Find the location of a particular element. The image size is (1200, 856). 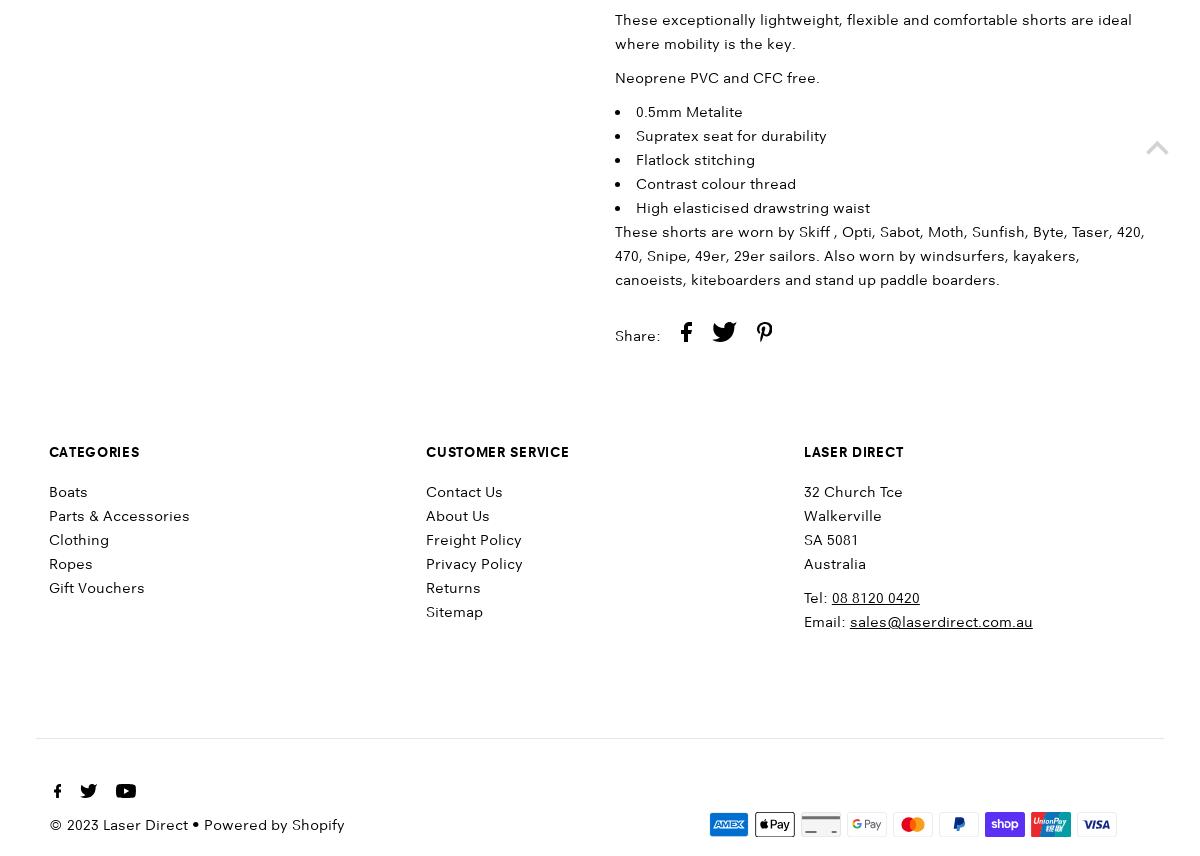

'Clothing' is located at coordinates (78, 538).